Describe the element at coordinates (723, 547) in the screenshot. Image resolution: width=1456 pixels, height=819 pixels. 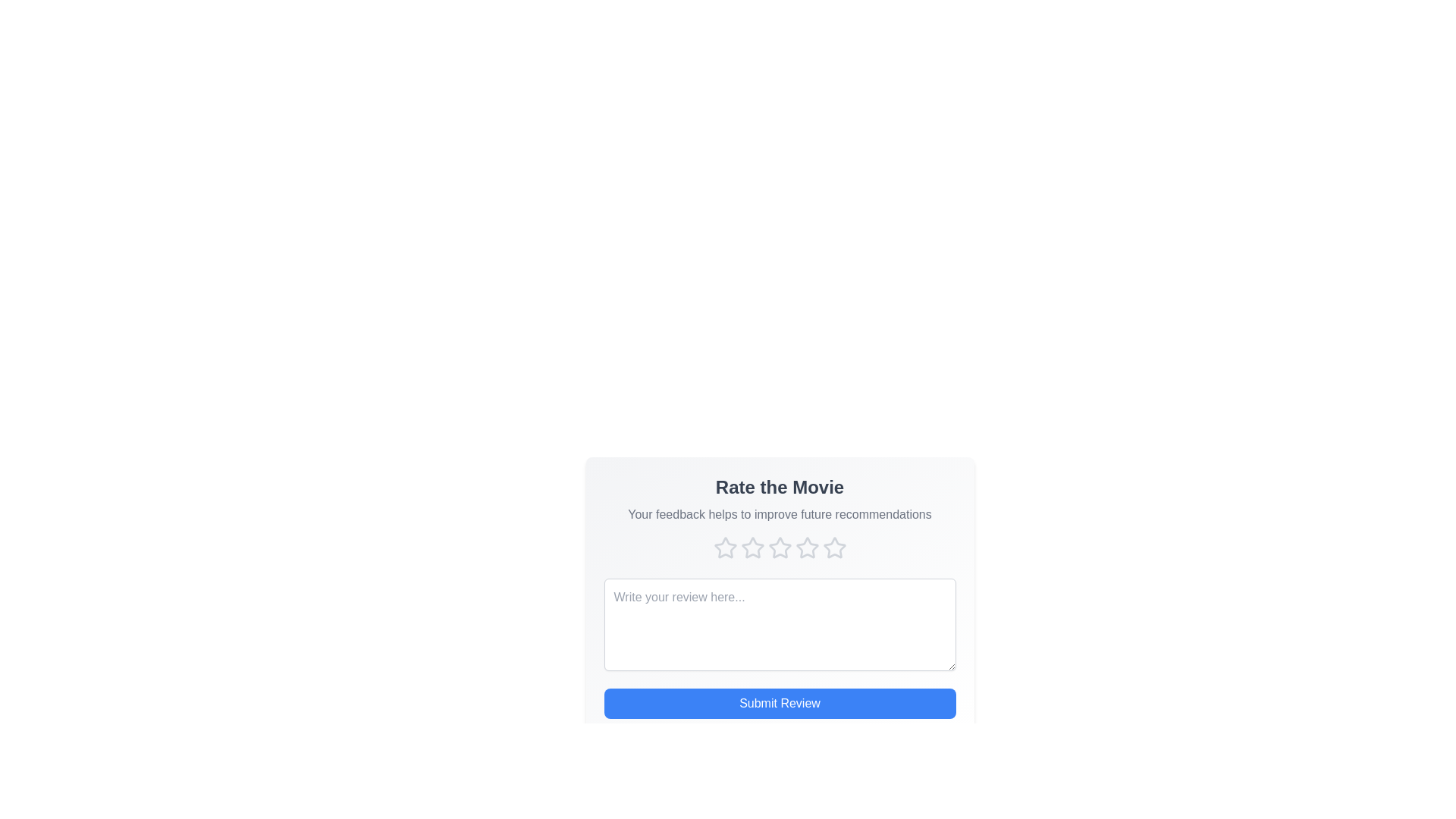
I see `the first star icon filled with a white background and outlined by a gray border` at that location.